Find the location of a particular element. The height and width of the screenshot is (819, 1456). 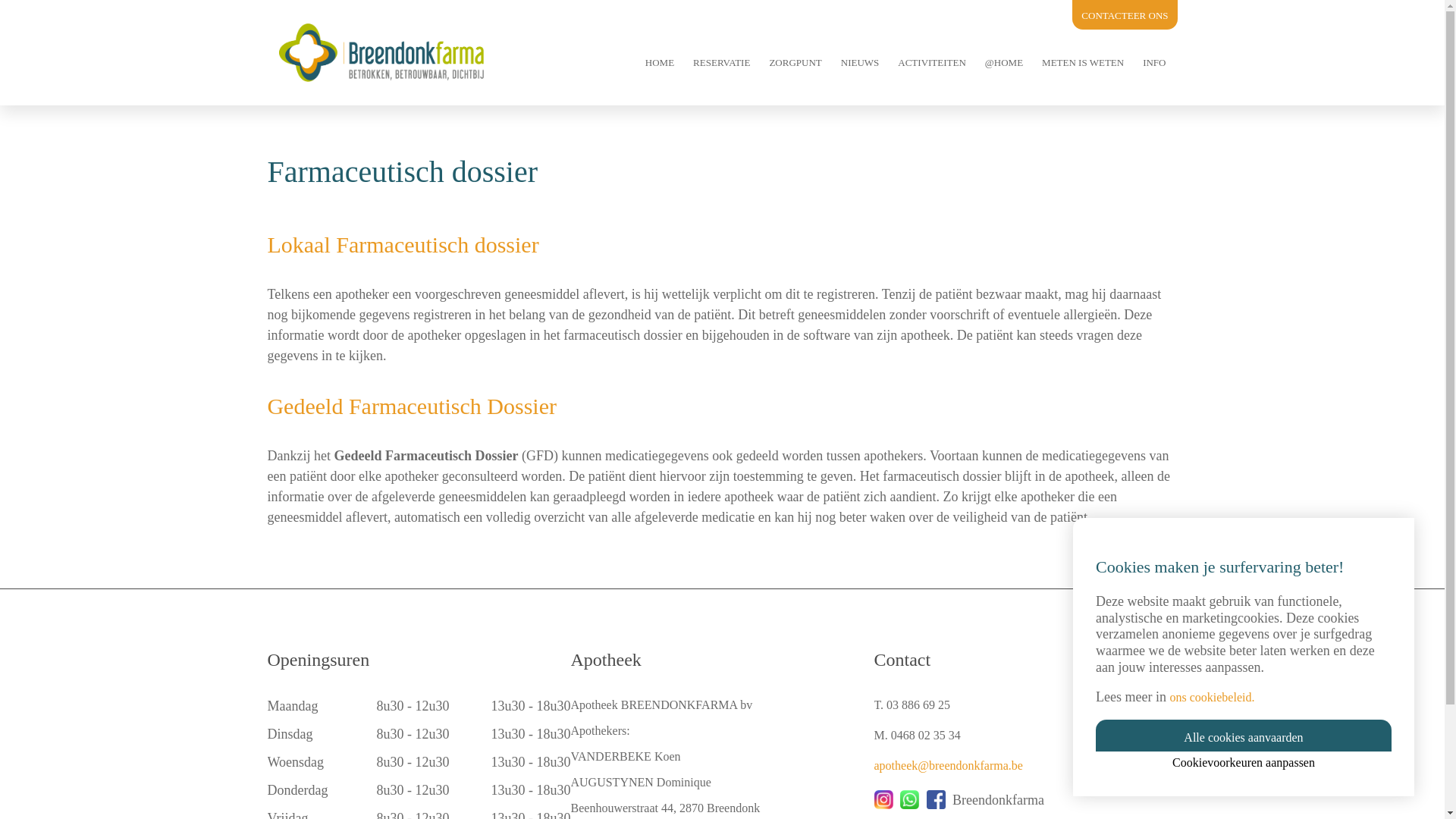

'ZORGPUNT' is located at coordinates (794, 61).